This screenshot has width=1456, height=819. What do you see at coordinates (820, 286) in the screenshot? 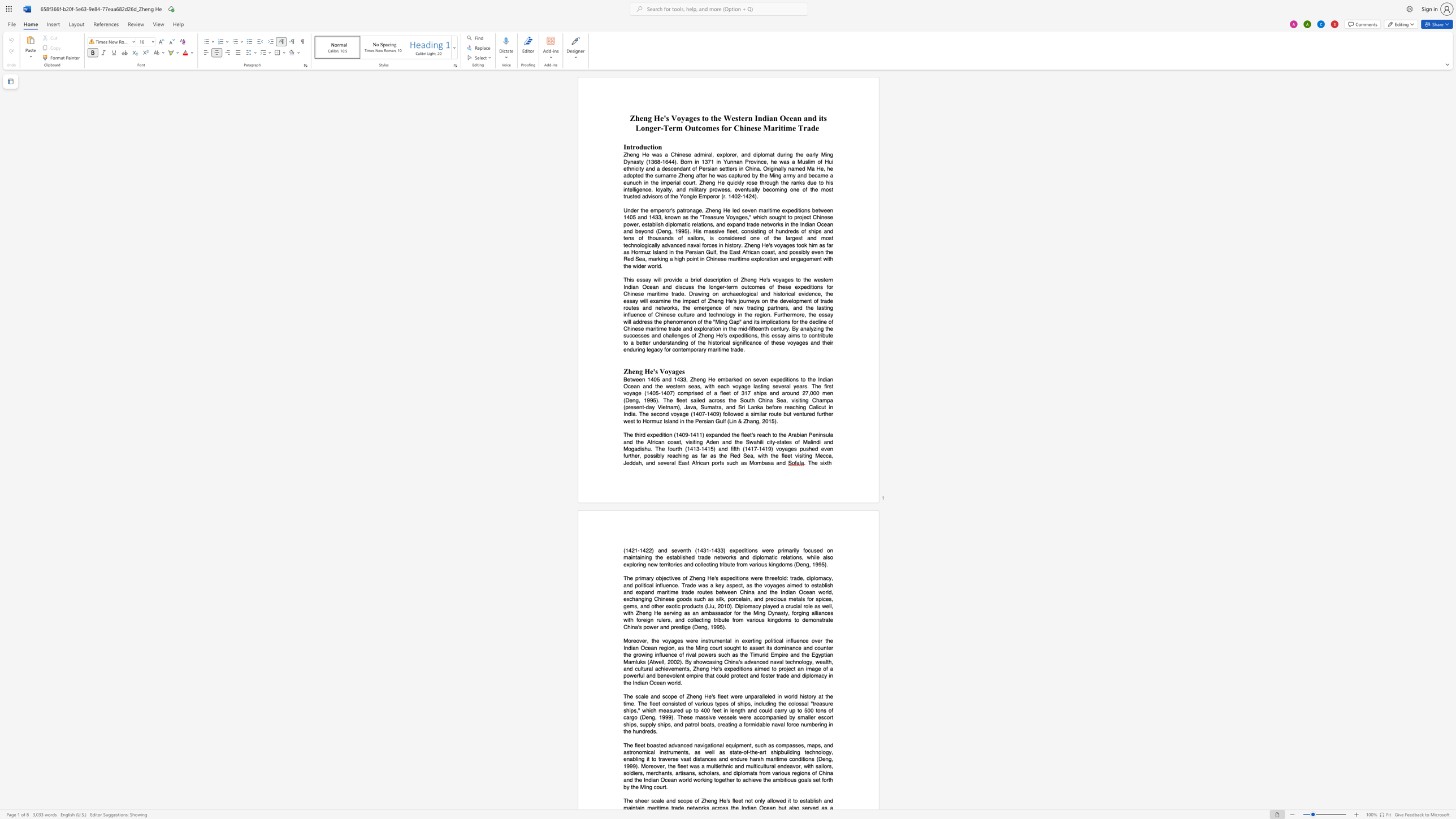
I see `the subset text "s for Chinese maritime trade. Drawing on archaeological and historical evidence, the essay will examine the impact of Zheng He" within the text "This essay will provide a brief description of Zheng He"` at bounding box center [820, 286].